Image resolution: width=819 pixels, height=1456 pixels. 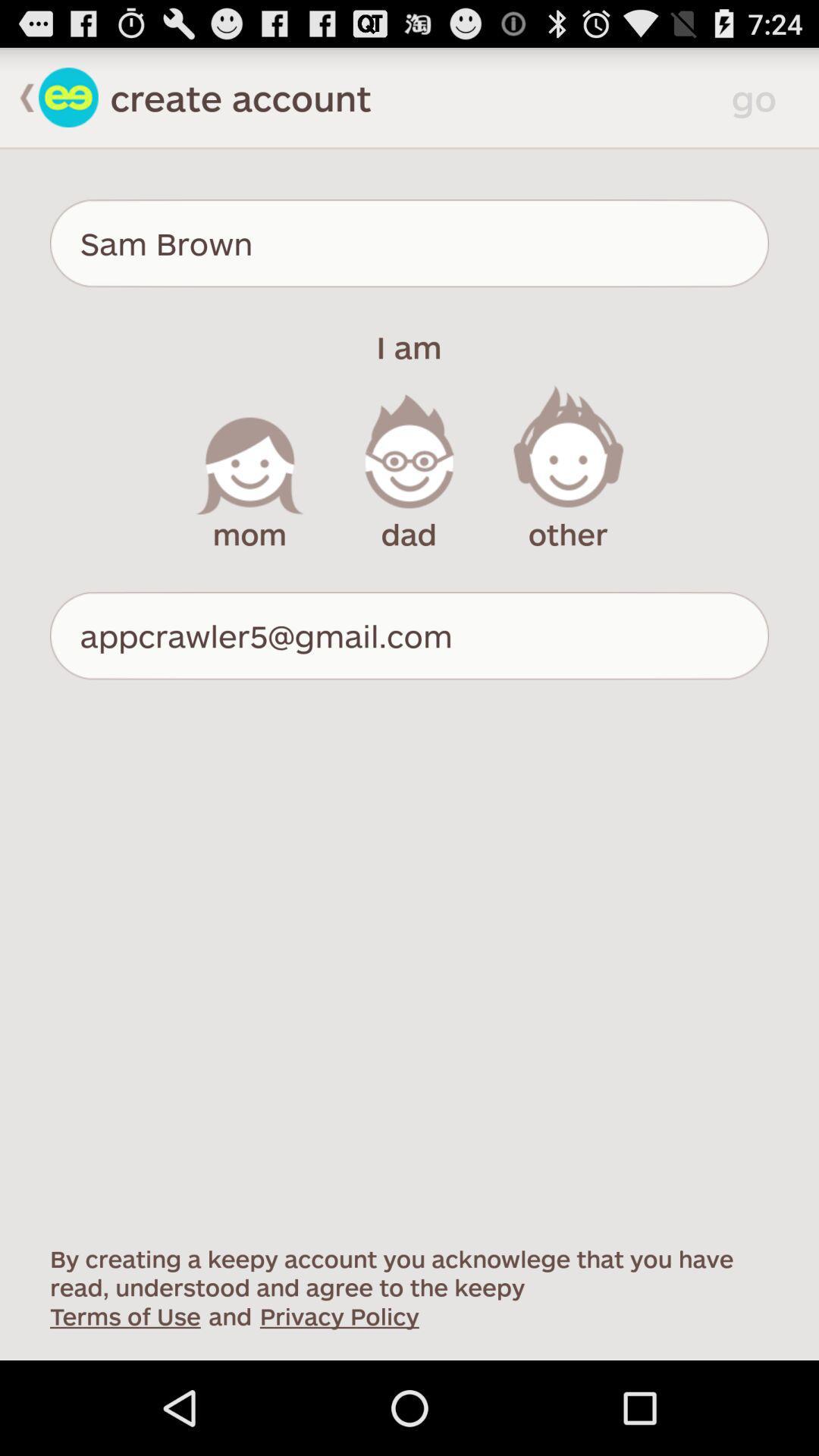 I want to click on go button, so click(x=759, y=96).